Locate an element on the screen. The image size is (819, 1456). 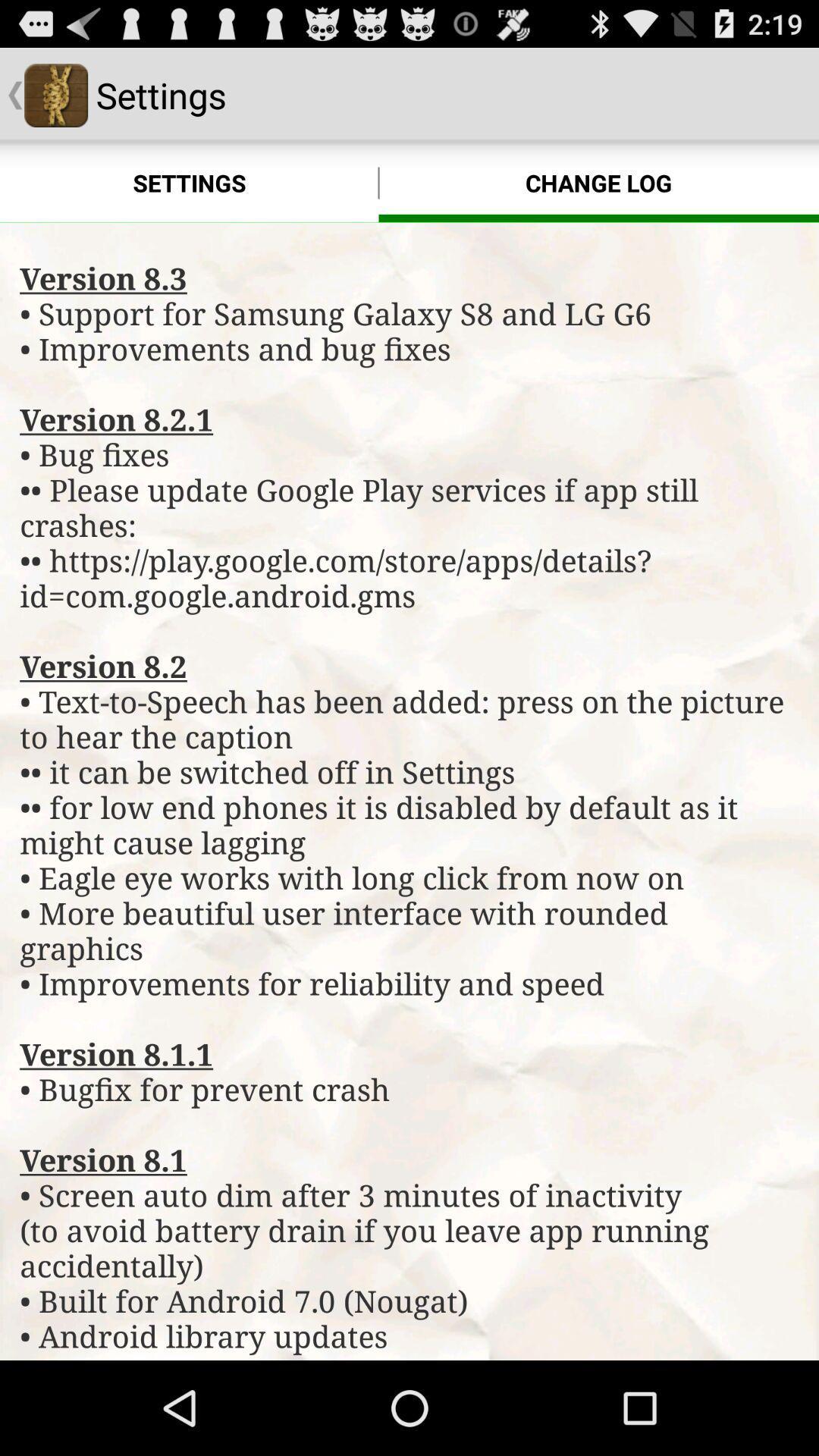
the app to the right of settings item is located at coordinates (598, 182).